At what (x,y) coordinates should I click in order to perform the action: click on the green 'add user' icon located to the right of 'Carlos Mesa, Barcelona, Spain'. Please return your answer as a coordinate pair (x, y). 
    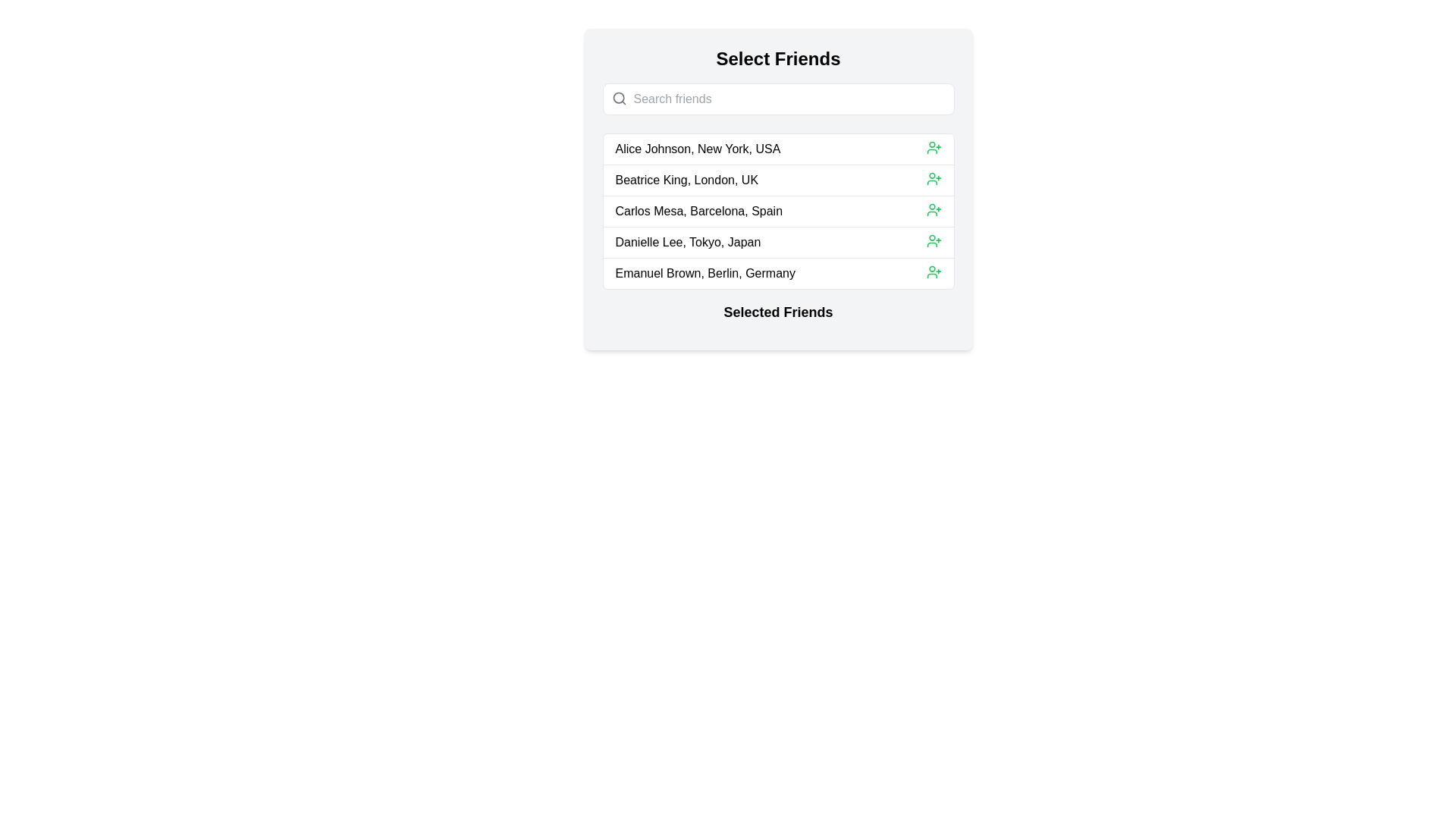
    Looking at the image, I should click on (933, 210).